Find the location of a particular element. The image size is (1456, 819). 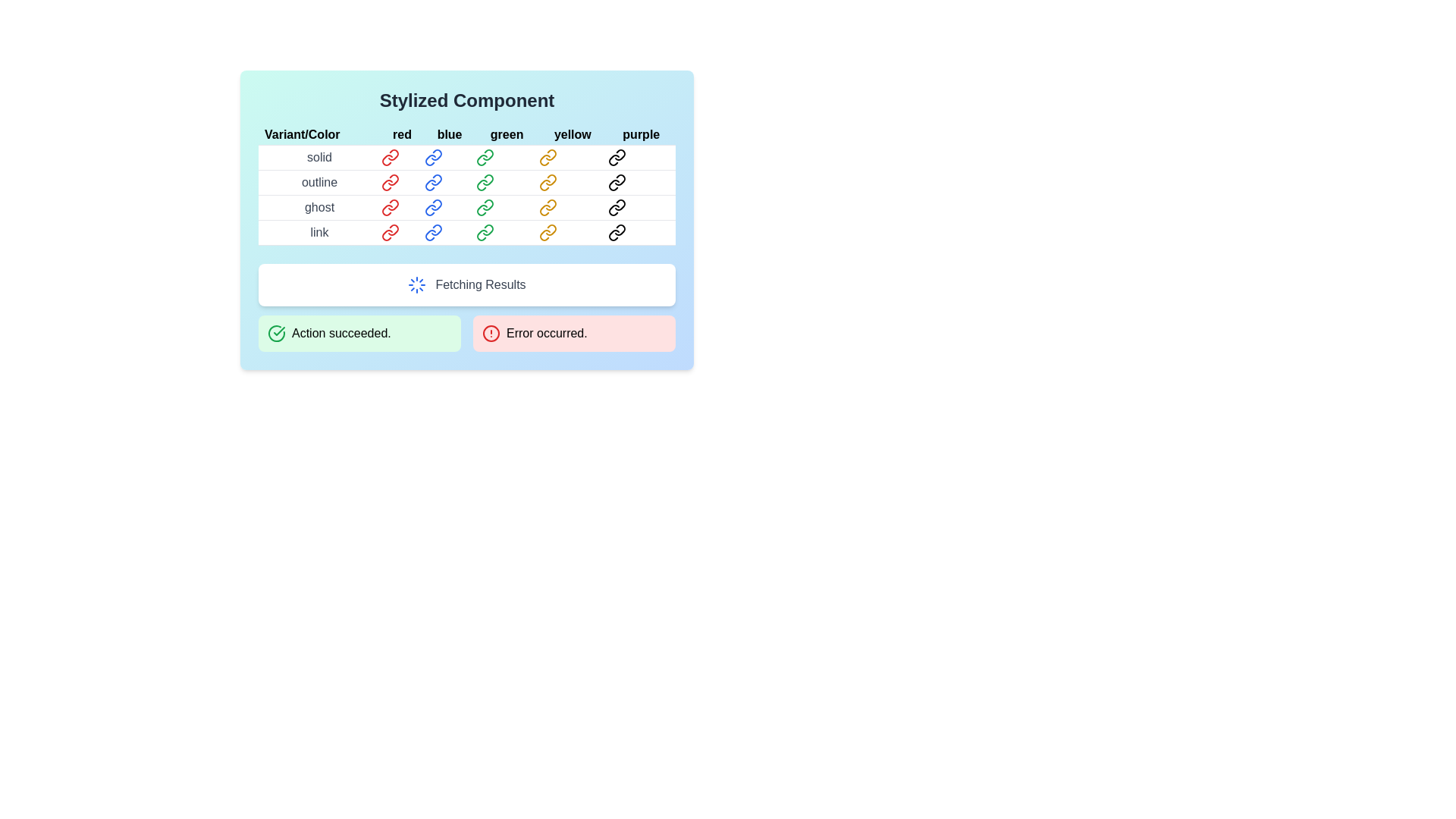

the green link icon button with a chain motif located in the 'outline' row under the 'green' column in the 'Styled Component' table is located at coordinates (485, 181).